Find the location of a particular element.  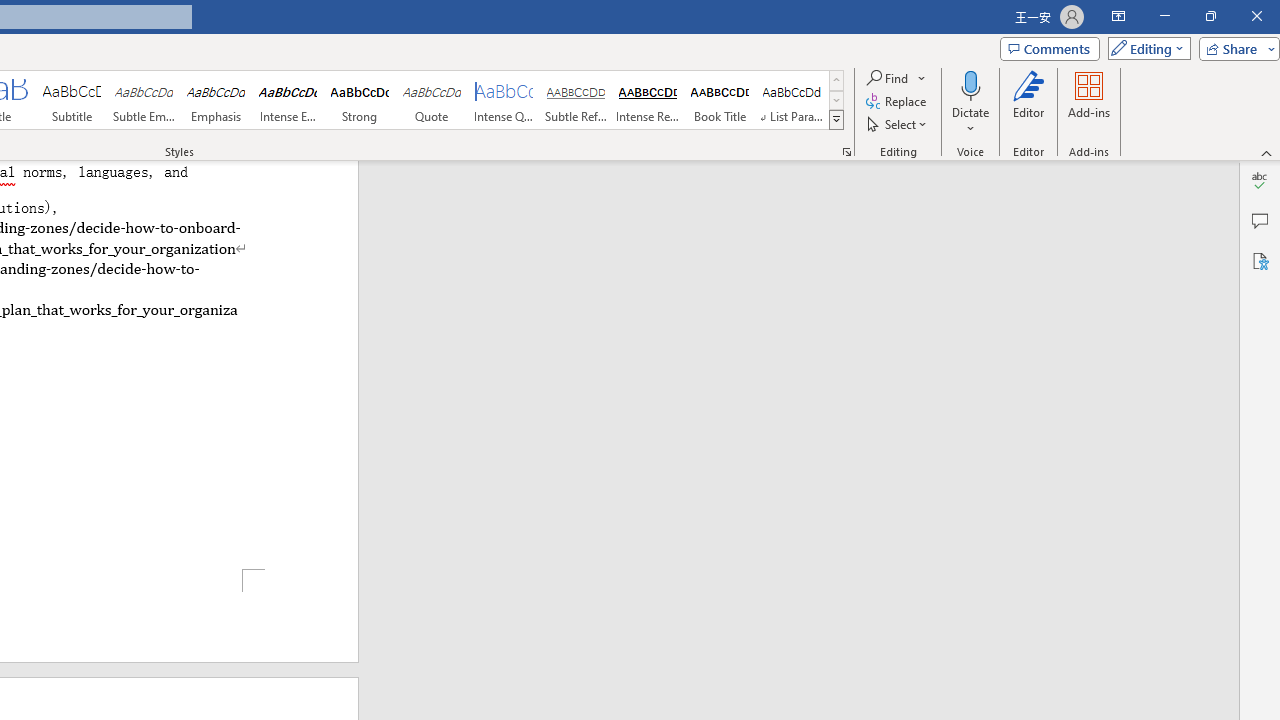

'Book Title' is located at coordinates (720, 100).